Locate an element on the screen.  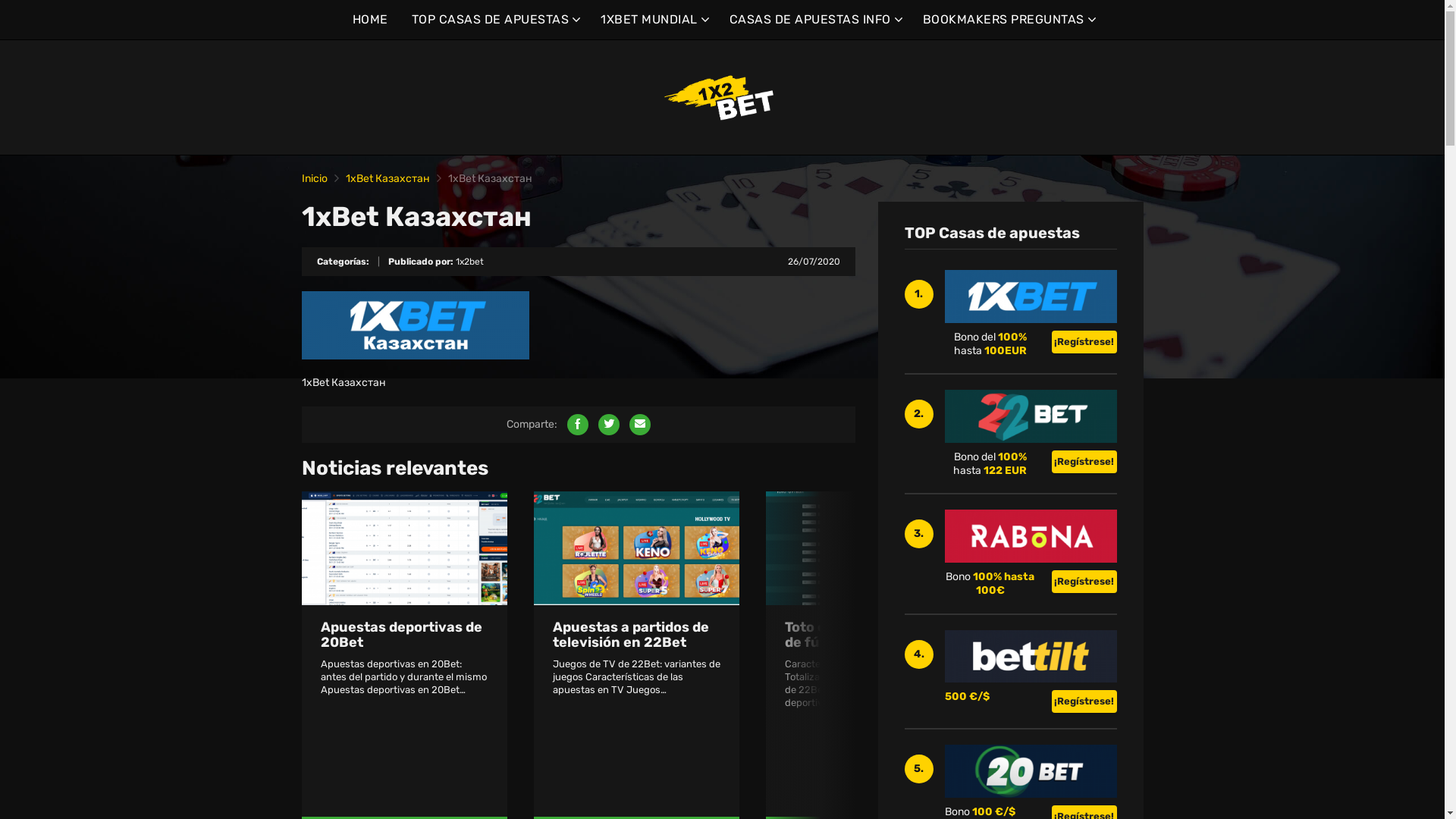
'Share on Twitter' is located at coordinates (607, 424).